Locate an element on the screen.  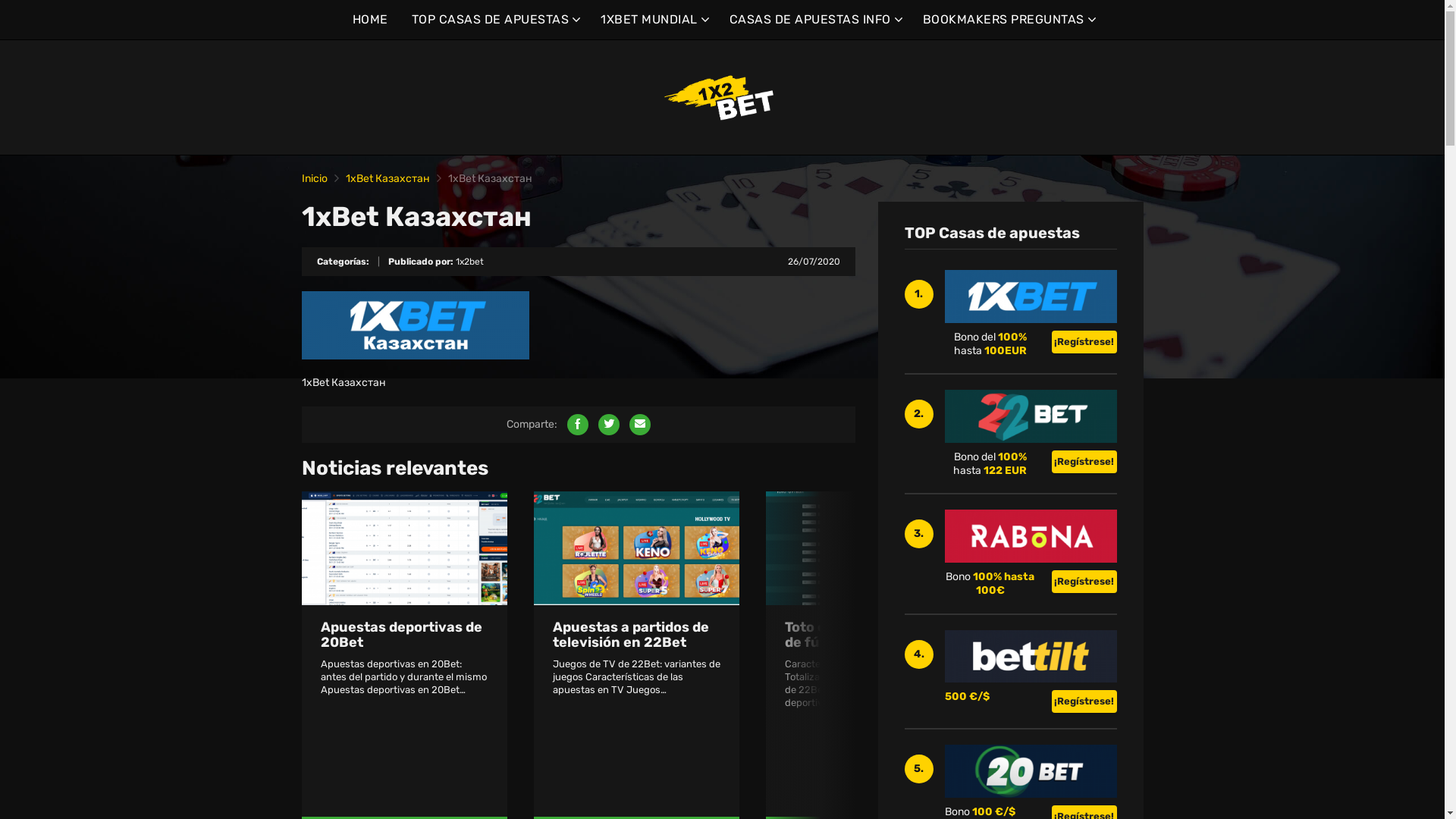
'Share on Twitter' is located at coordinates (607, 424).